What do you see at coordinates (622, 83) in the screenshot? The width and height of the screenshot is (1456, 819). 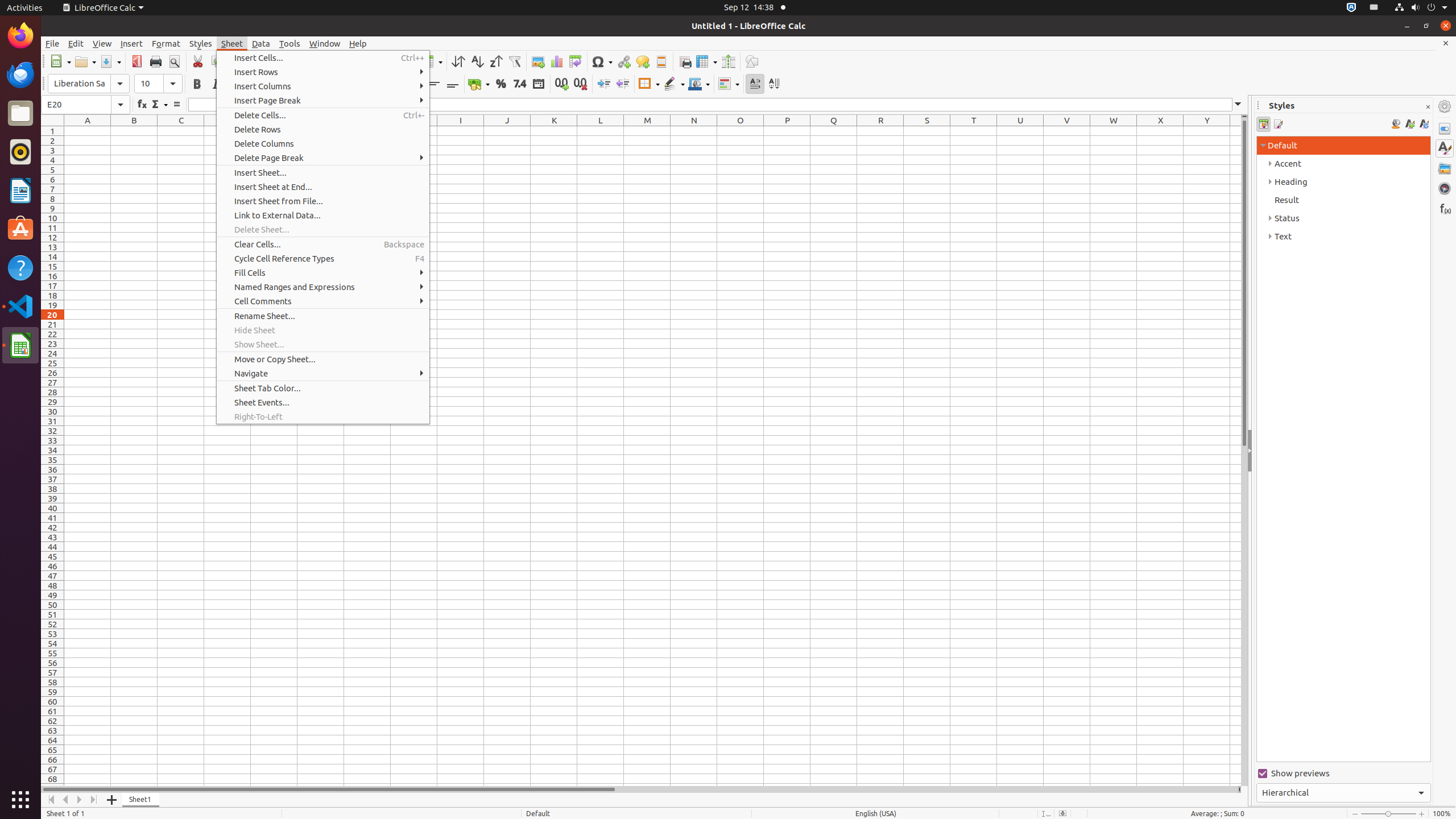 I see `'Decrease'` at bounding box center [622, 83].